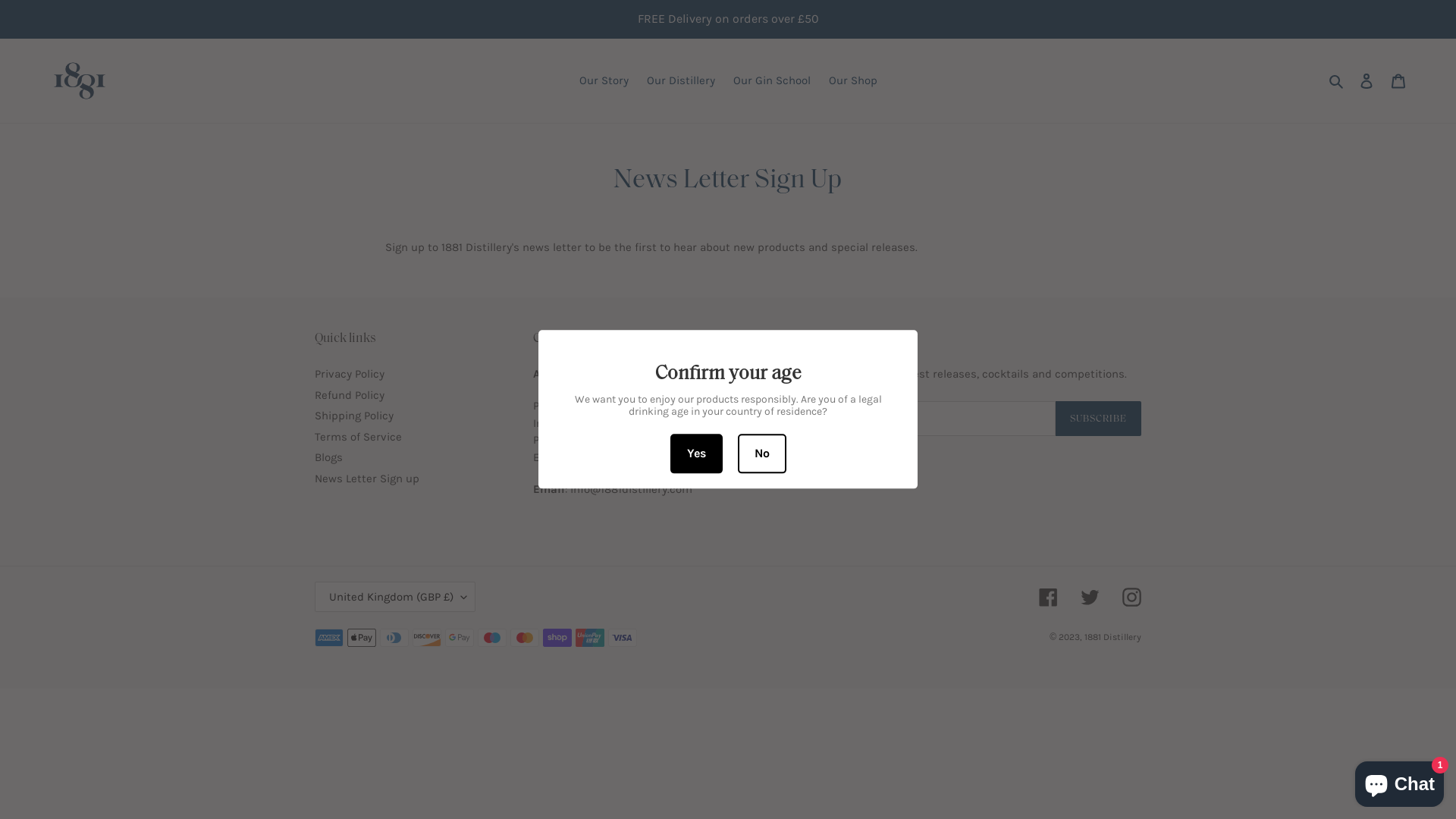 This screenshot has height=819, width=1456. What do you see at coordinates (603, 80) in the screenshot?
I see `'Our Story'` at bounding box center [603, 80].